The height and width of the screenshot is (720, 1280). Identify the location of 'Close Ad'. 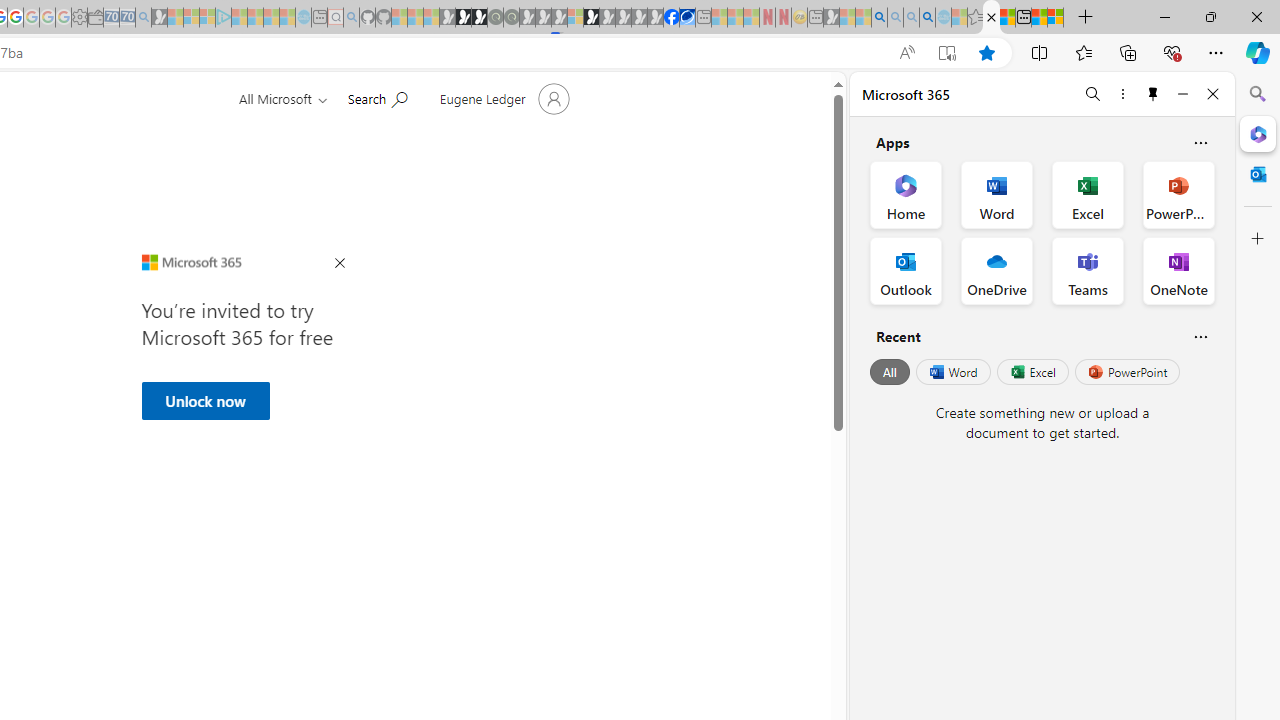
(339, 263).